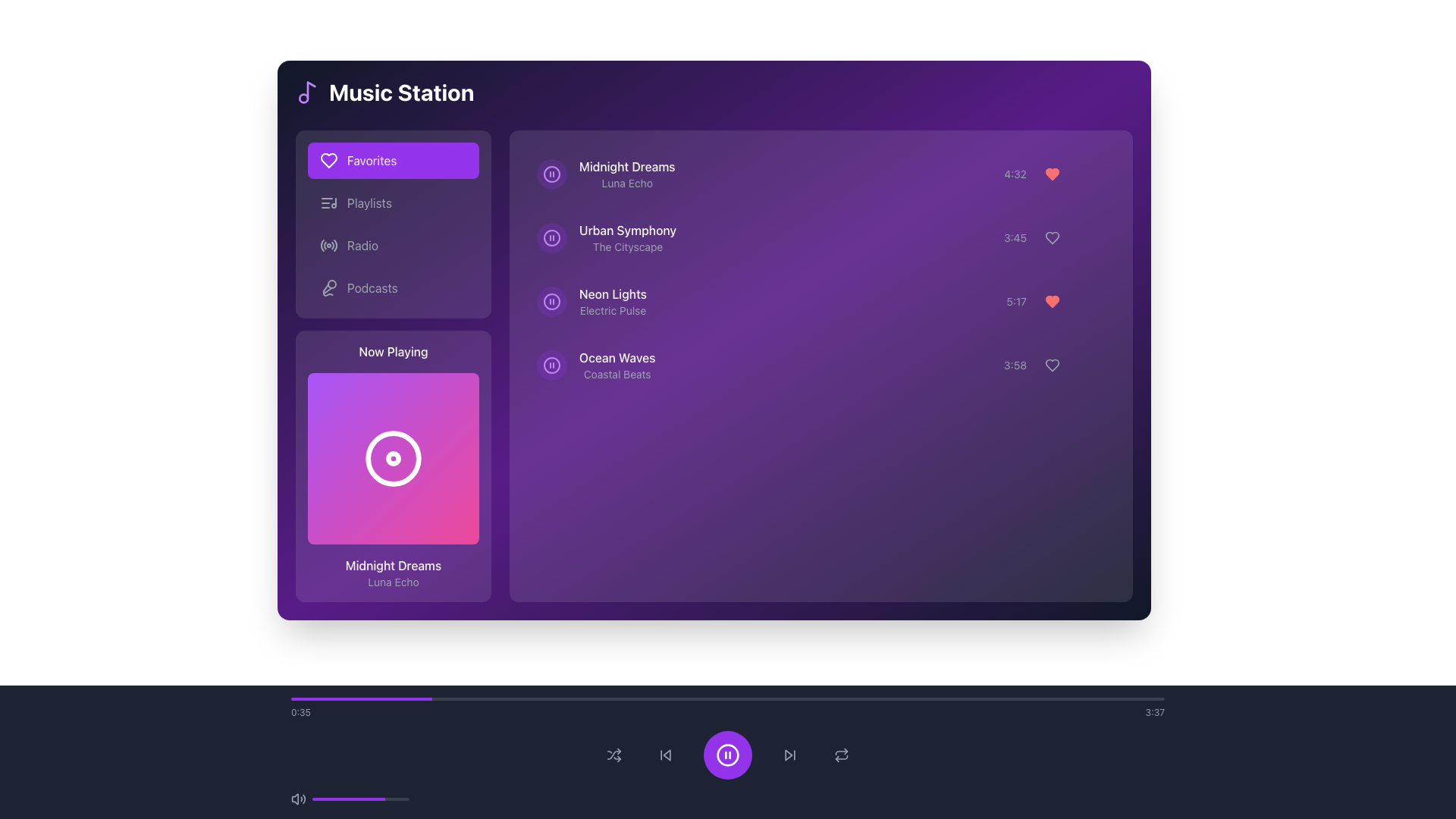 This screenshot has width=1456, height=819. What do you see at coordinates (595, 366) in the screenshot?
I see `the text display for the music track entry, which is the fourth item in the vertical list within the 'Music Station' interface` at bounding box center [595, 366].